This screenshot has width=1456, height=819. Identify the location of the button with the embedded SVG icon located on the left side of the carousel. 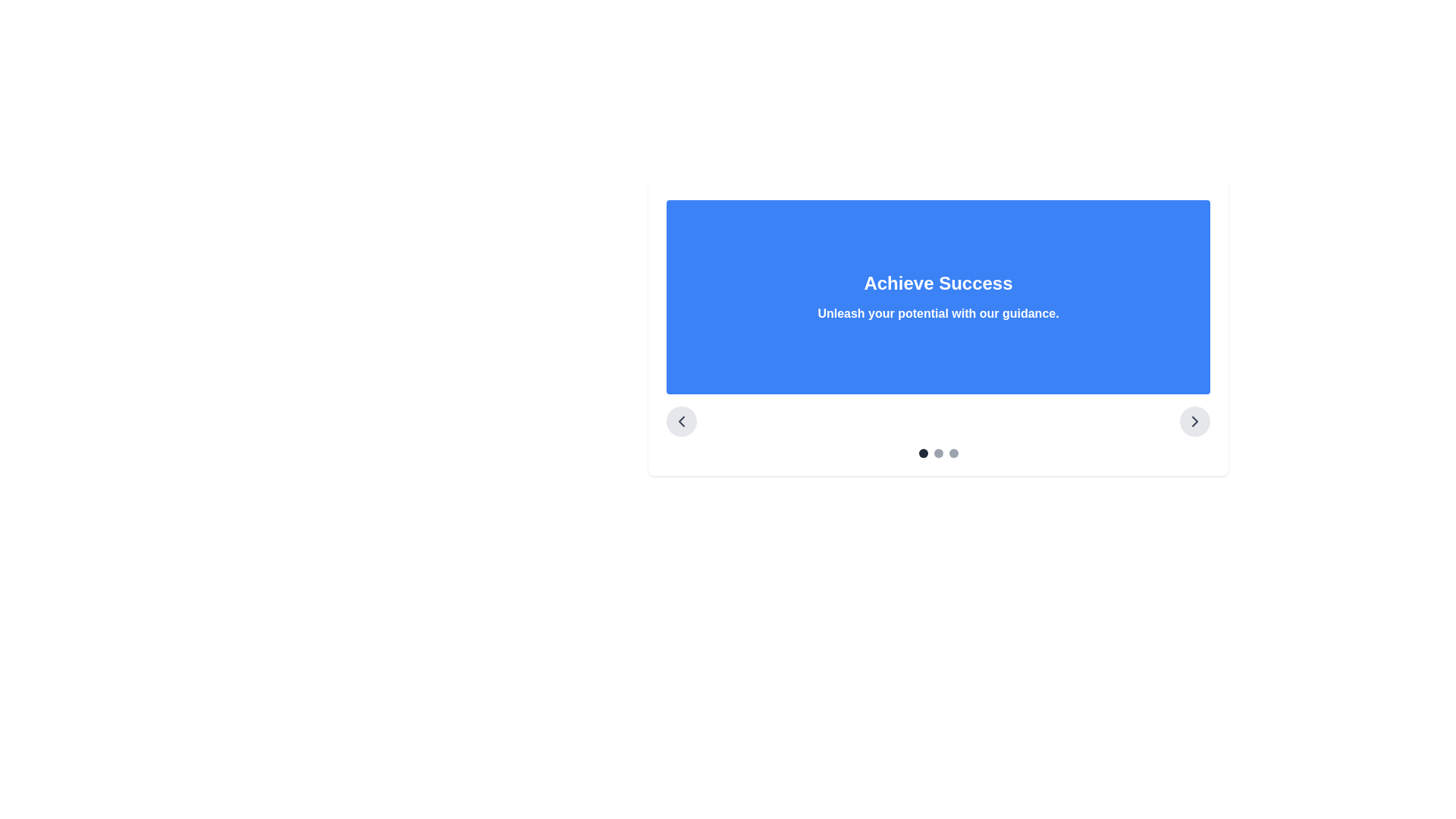
(680, 421).